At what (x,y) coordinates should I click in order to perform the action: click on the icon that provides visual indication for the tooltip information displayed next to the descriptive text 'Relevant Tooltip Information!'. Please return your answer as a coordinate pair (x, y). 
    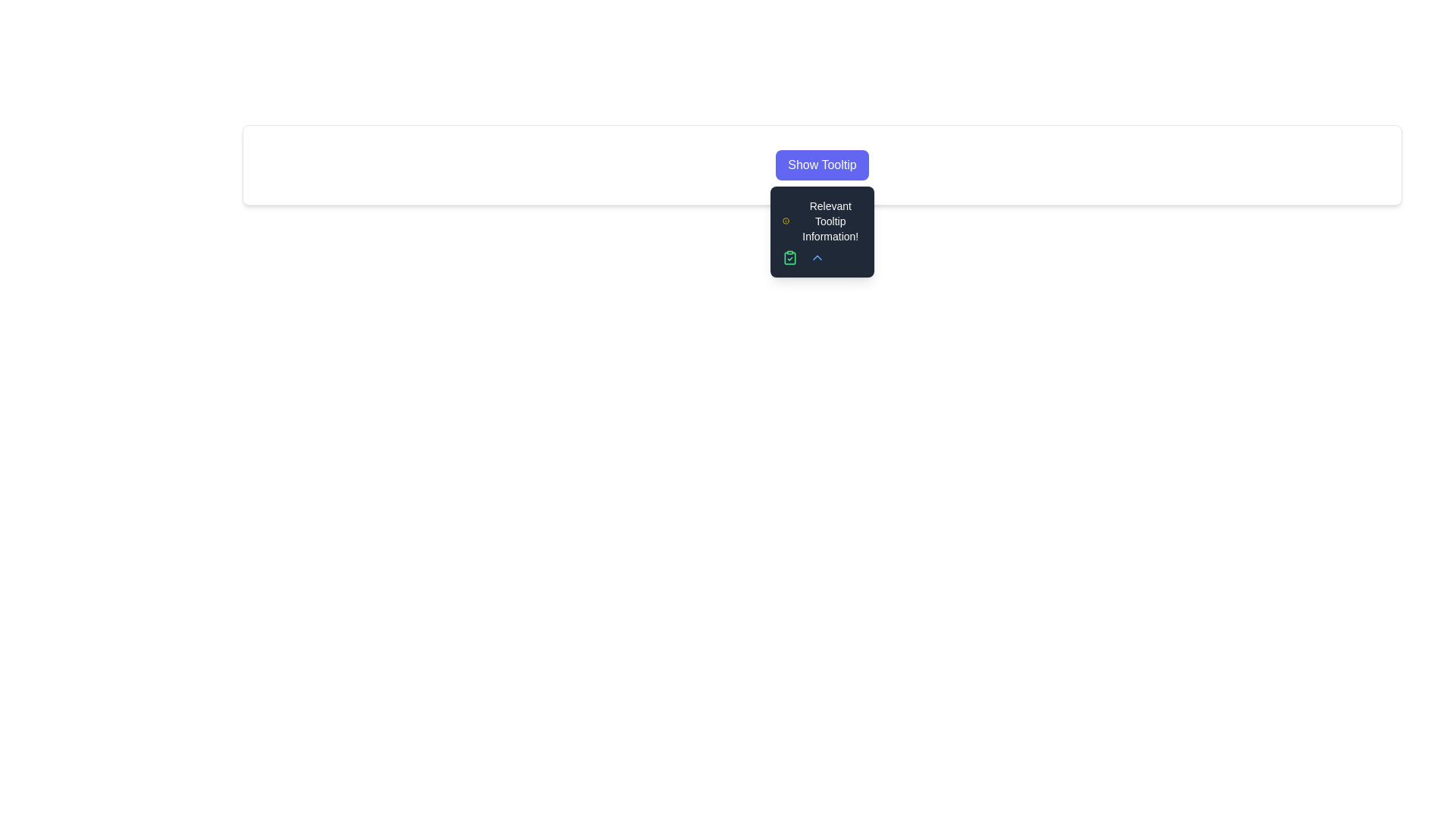
    Looking at the image, I should click on (786, 221).